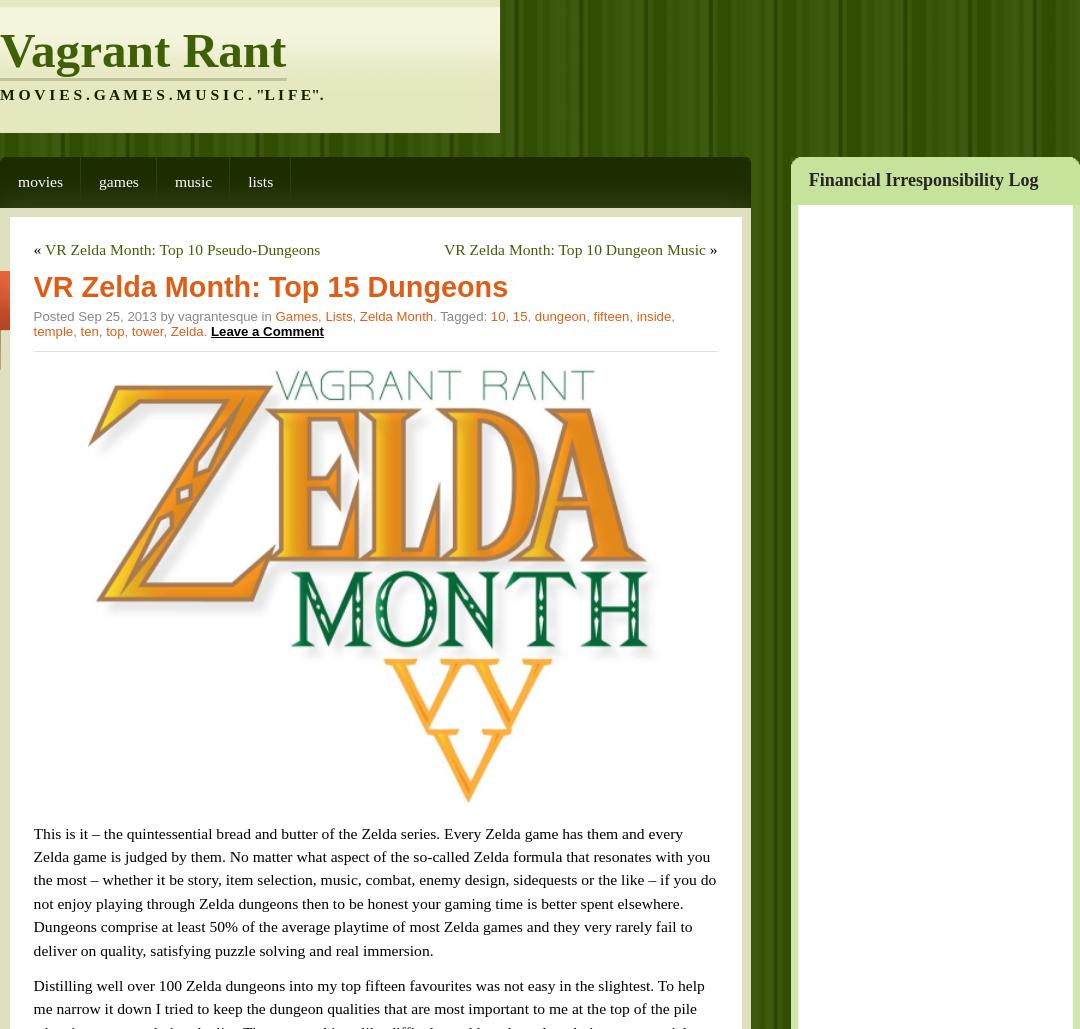  What do you see at coordinates (407, 262) in the screenshot?
I see `'10'` at bounding box center [407, 262].